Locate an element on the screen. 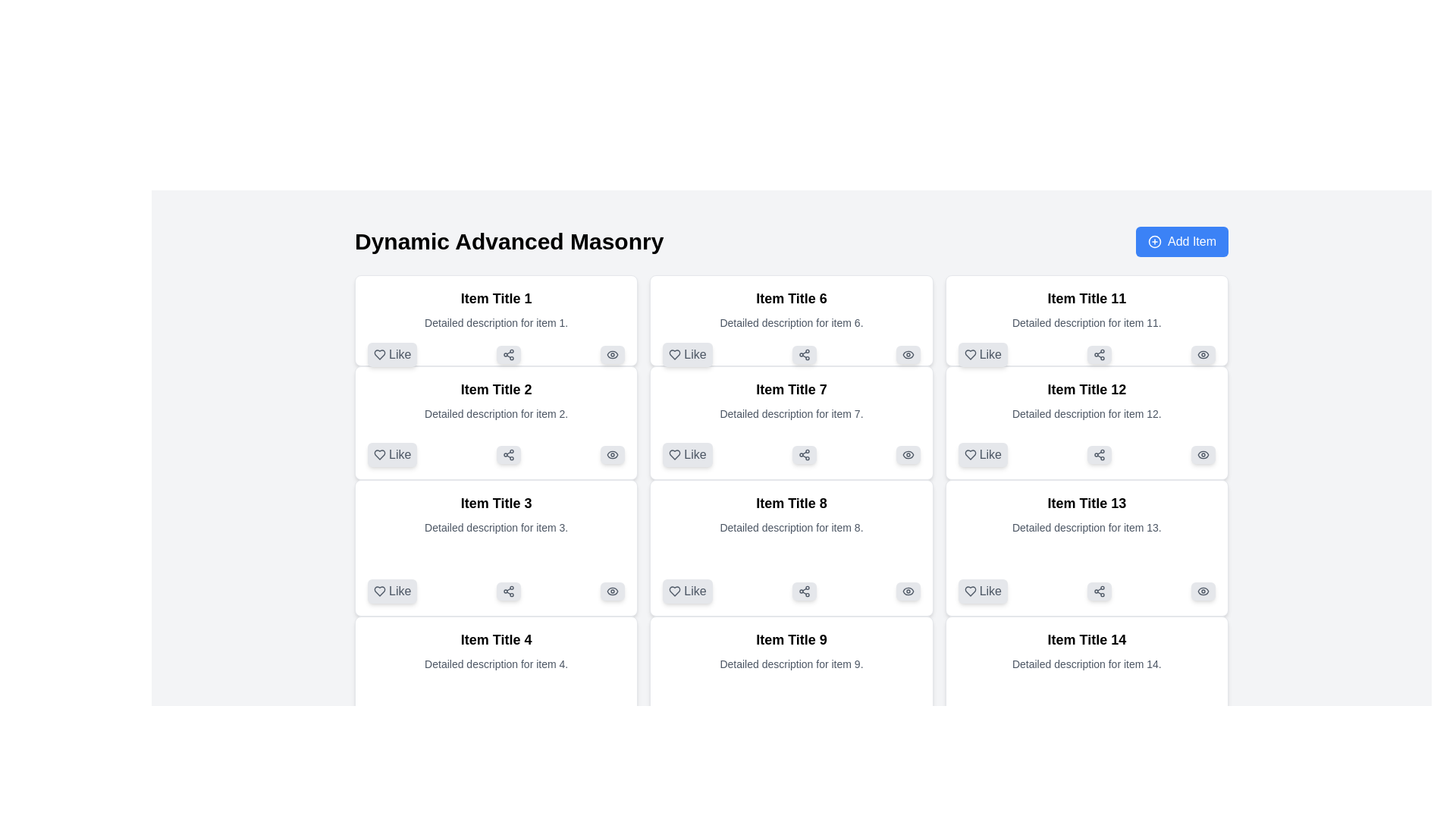 This screenshot has width=1456, height=819. the heart-shaped like button located under 'Item Title 7' is located at coordinates (674, 454).